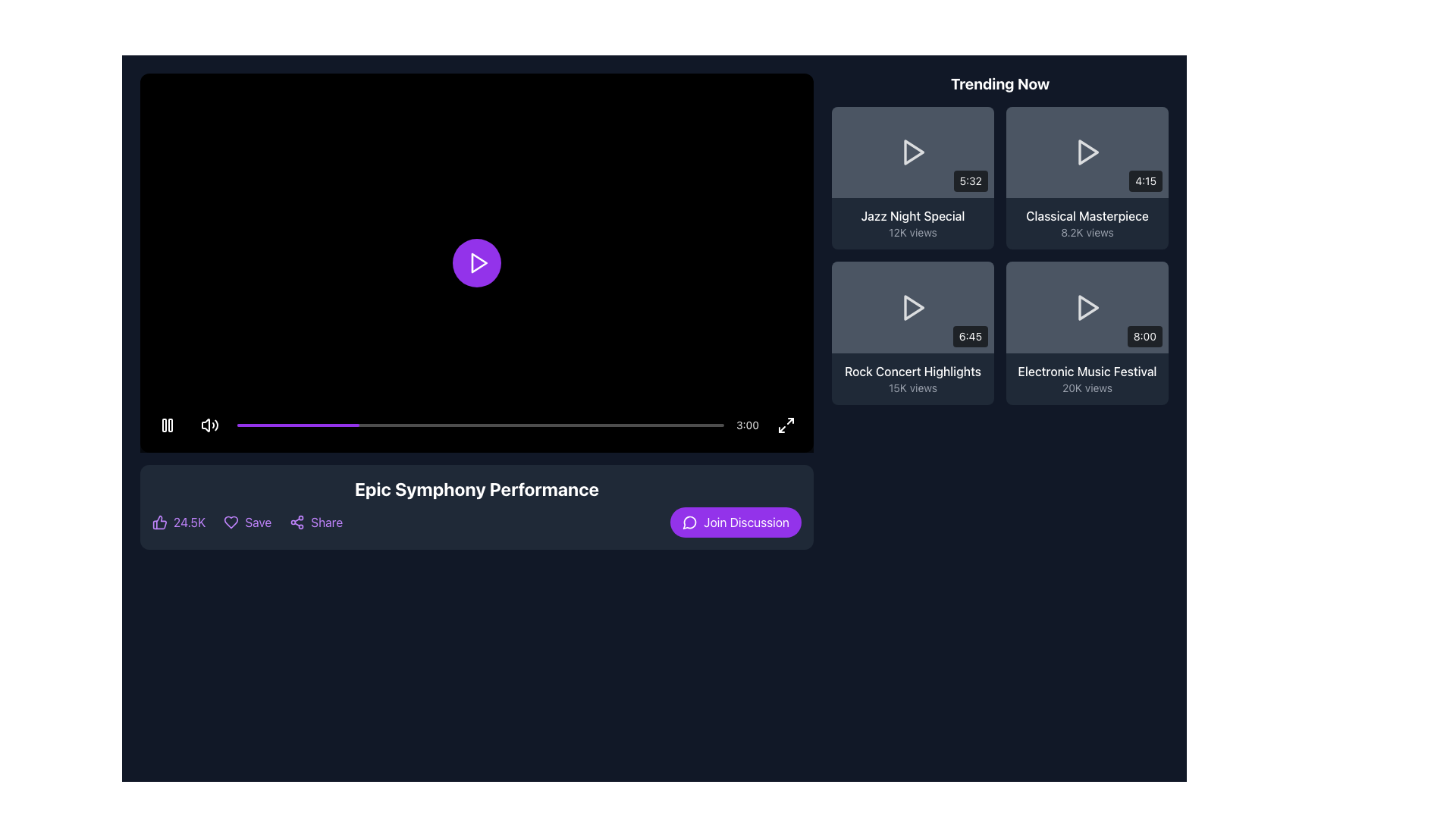 The width and height of the screenshot is (1456, 819). I want to click on the play icon located in the lower-right section of the interface within the 'Trending Now' section to initiate playback of the associated video, so click(1087, 307).